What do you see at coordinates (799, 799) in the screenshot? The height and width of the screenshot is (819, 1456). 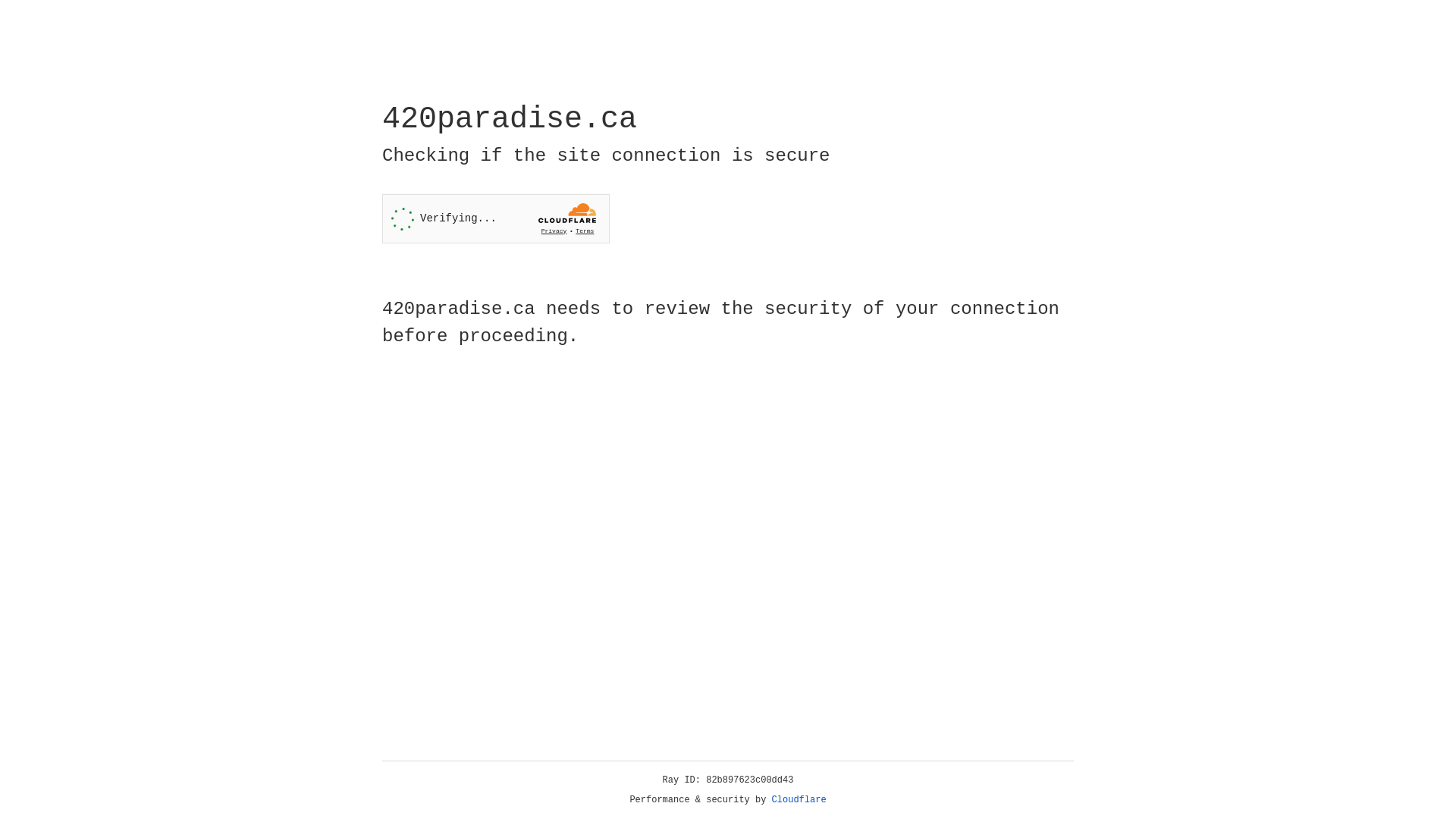 I see `'Cloudflare'` at bounding box center [799, 799].